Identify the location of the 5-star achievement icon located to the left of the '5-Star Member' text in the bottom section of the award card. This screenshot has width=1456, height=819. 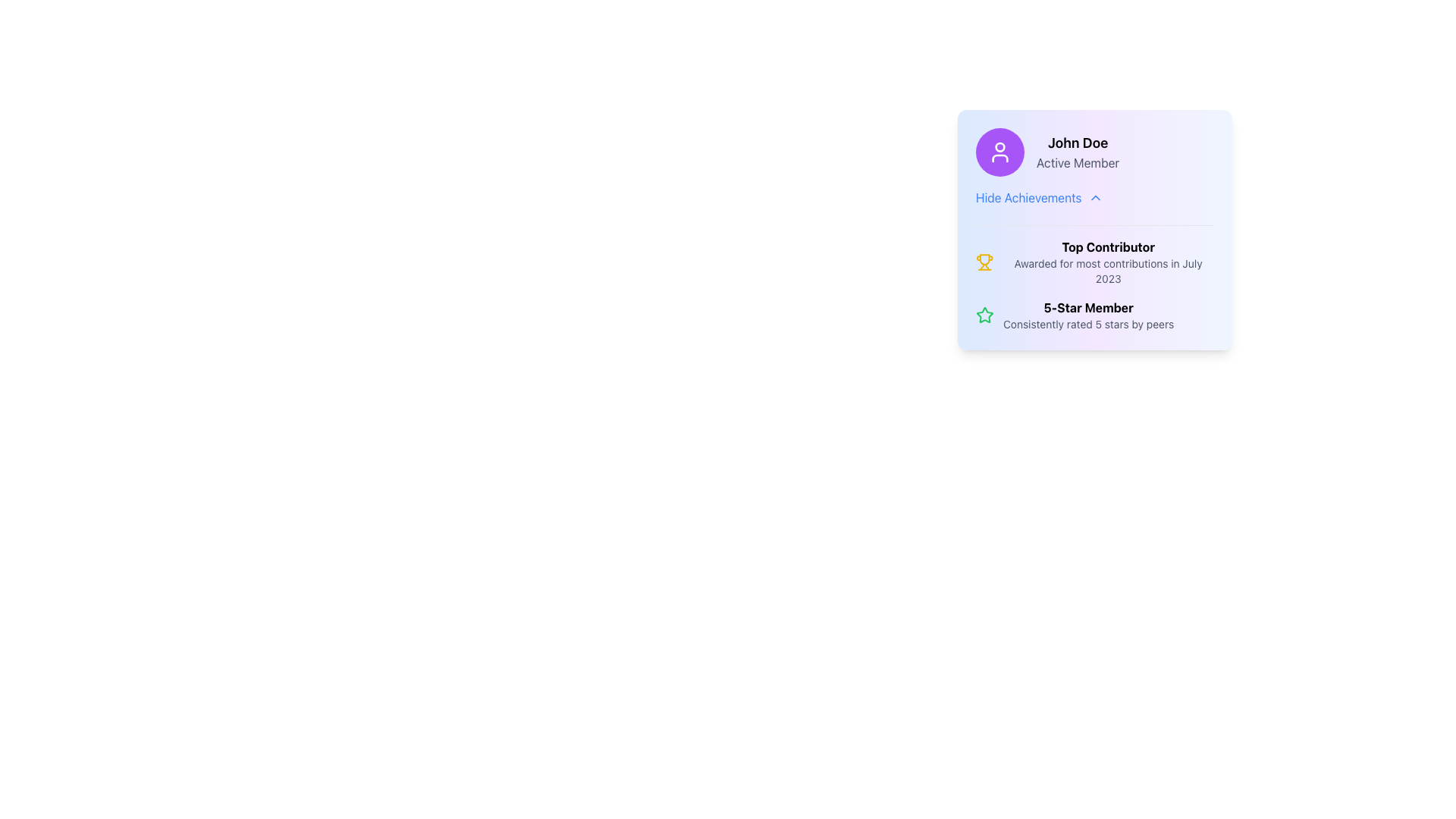
(985, 315).